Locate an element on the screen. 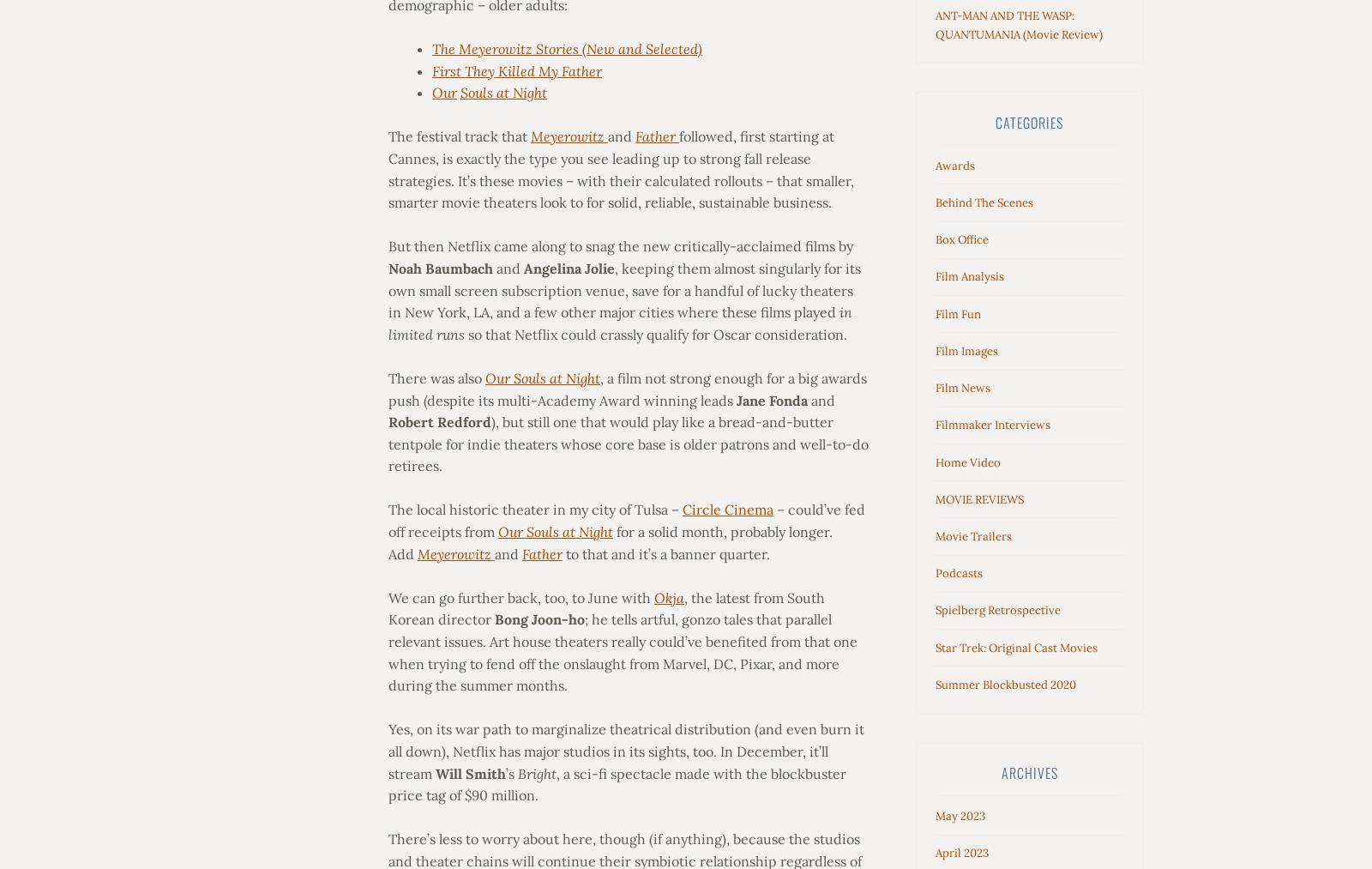 The height and width of the screenshot is (869, 1372). 'Movie Trailers' is located at coordinates (936, 534).